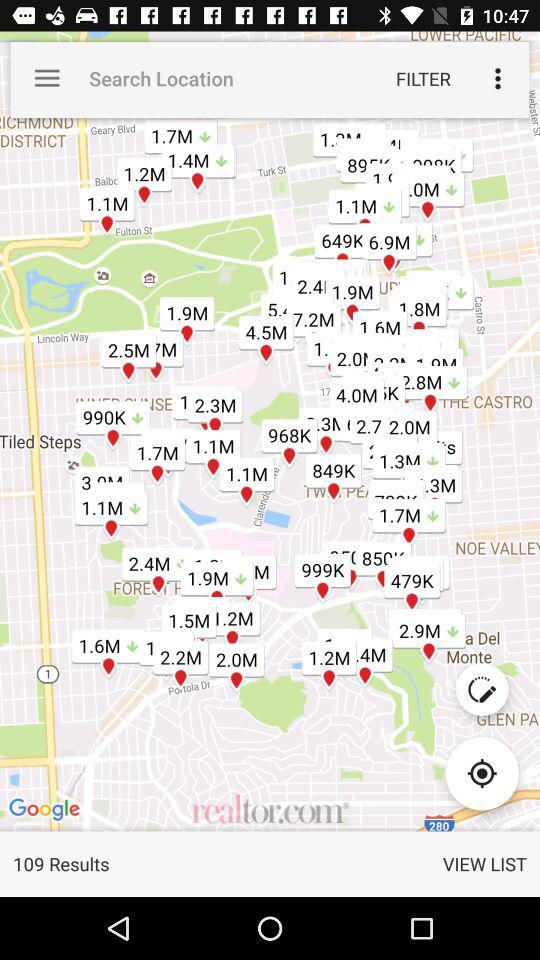 The width and height of the screenshot is (540, 960). Describe the element at coordinates (481, 689) in the screenshot. I see `the edit icon` at that location.